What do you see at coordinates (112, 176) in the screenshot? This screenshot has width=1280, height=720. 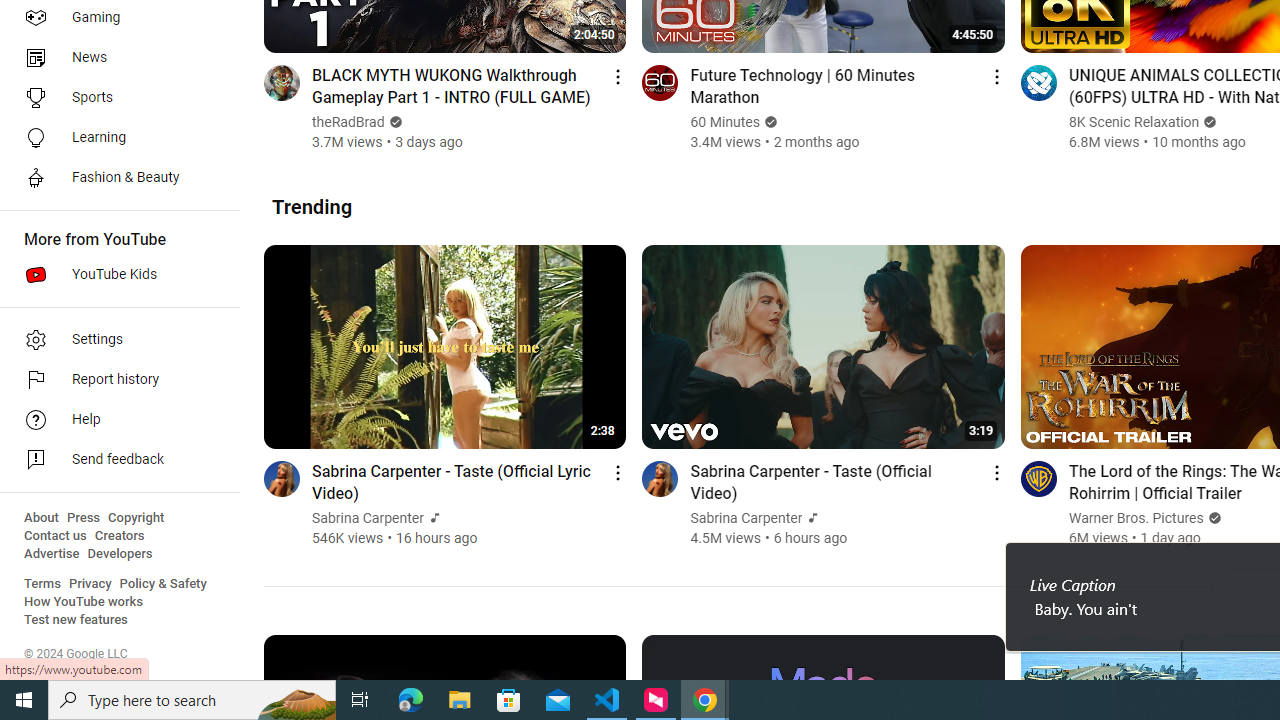 I see `'Fashion & Beauty'` at bounding box center [112, 176].